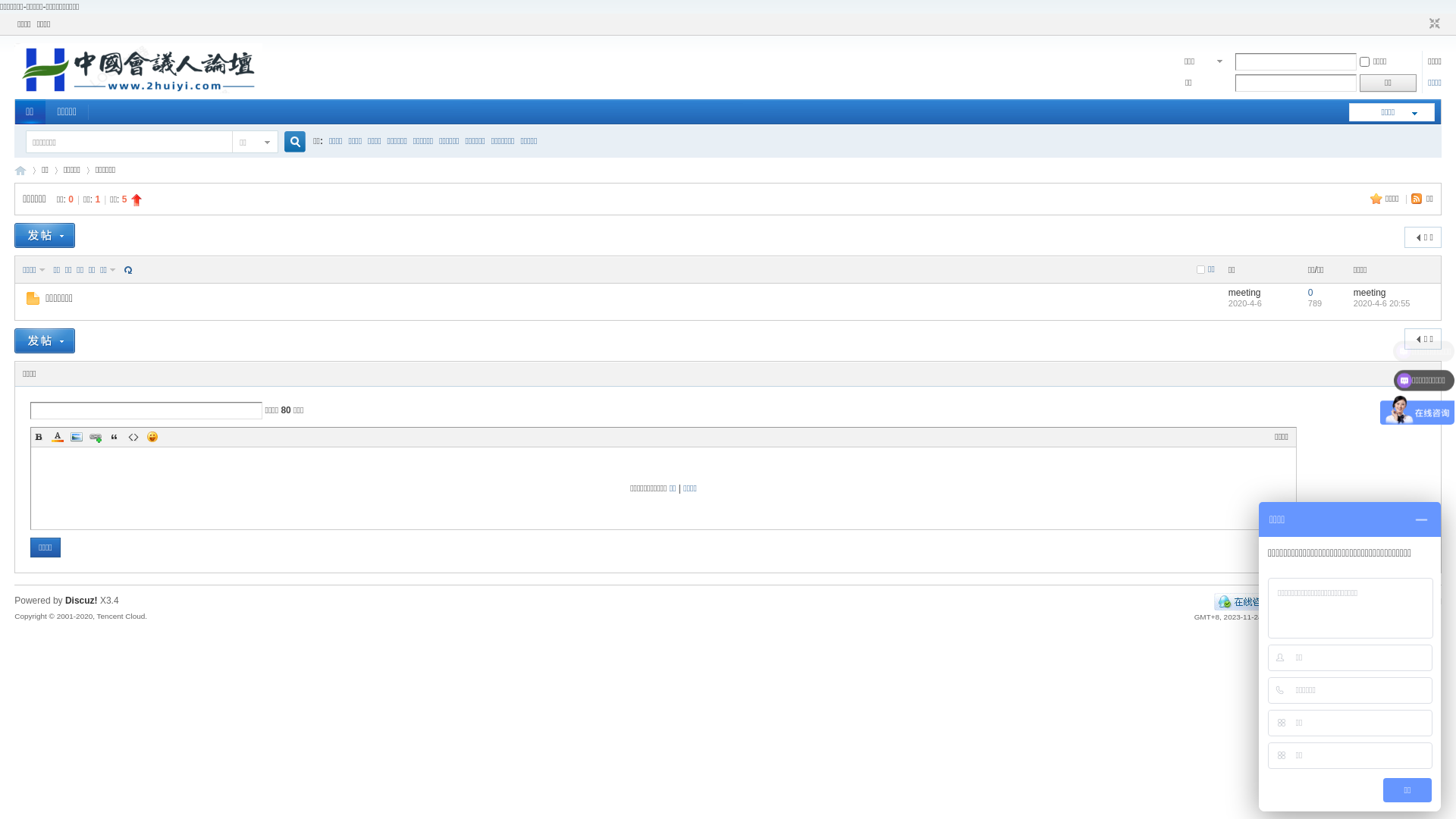 The height and width of the screenshot is (819, 1456). I want to click on 'Color', so click(58, 436).